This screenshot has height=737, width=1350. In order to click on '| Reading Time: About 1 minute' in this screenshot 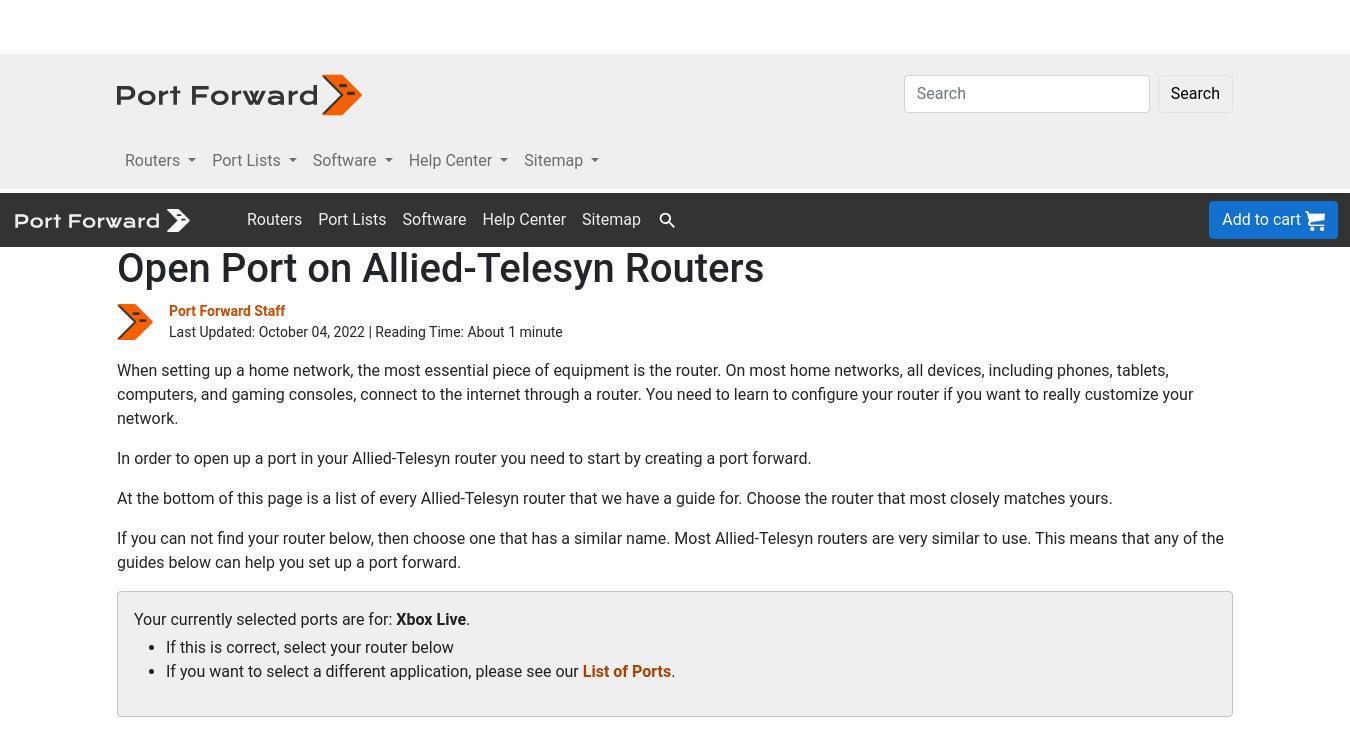, I will do `click(462, 138)`.